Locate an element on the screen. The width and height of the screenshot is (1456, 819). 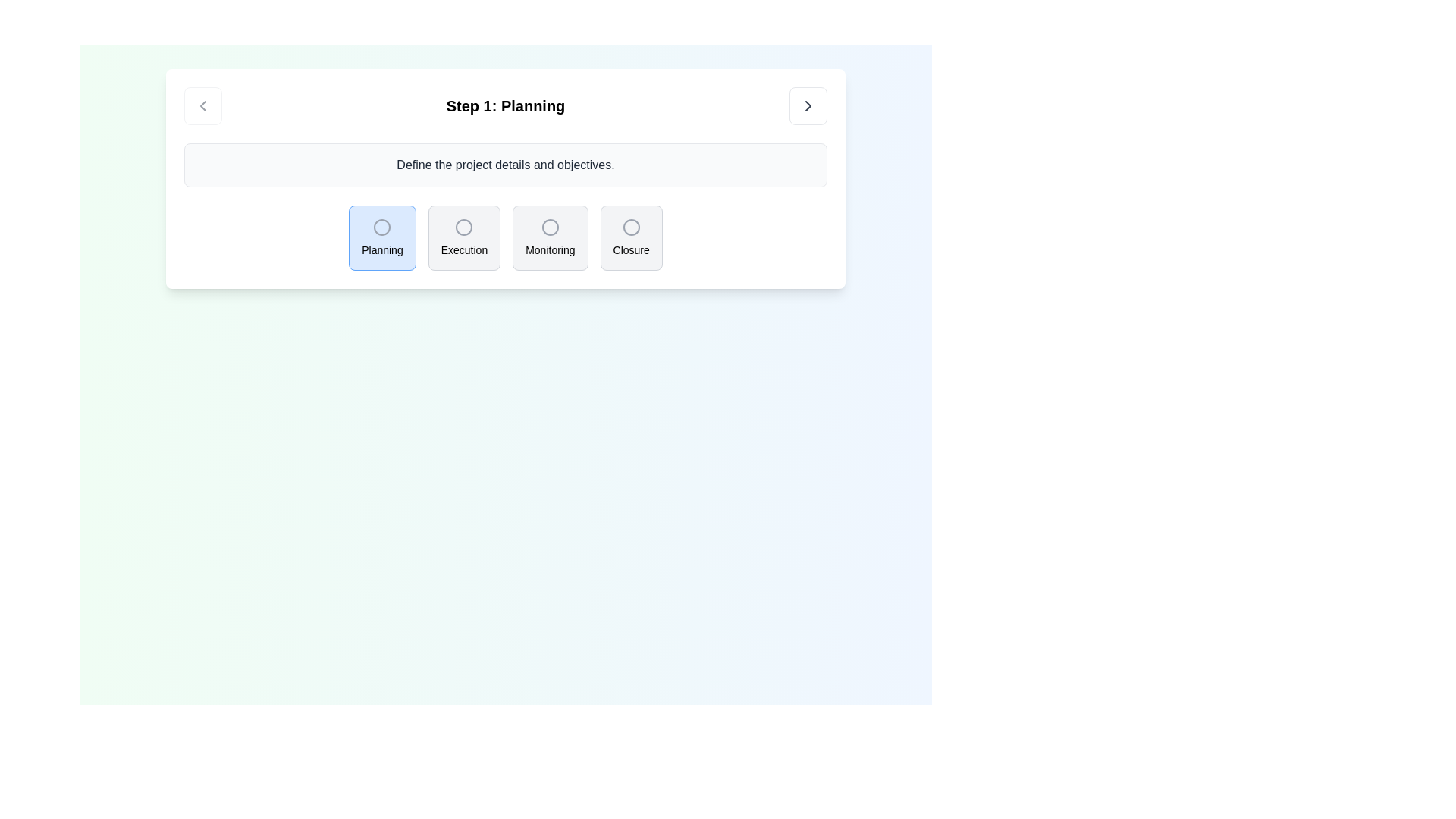
the small right-pointing chevron icon located in the top-right corner of the 'Step 1: Planning' modal is located at coordinates (807, 105).